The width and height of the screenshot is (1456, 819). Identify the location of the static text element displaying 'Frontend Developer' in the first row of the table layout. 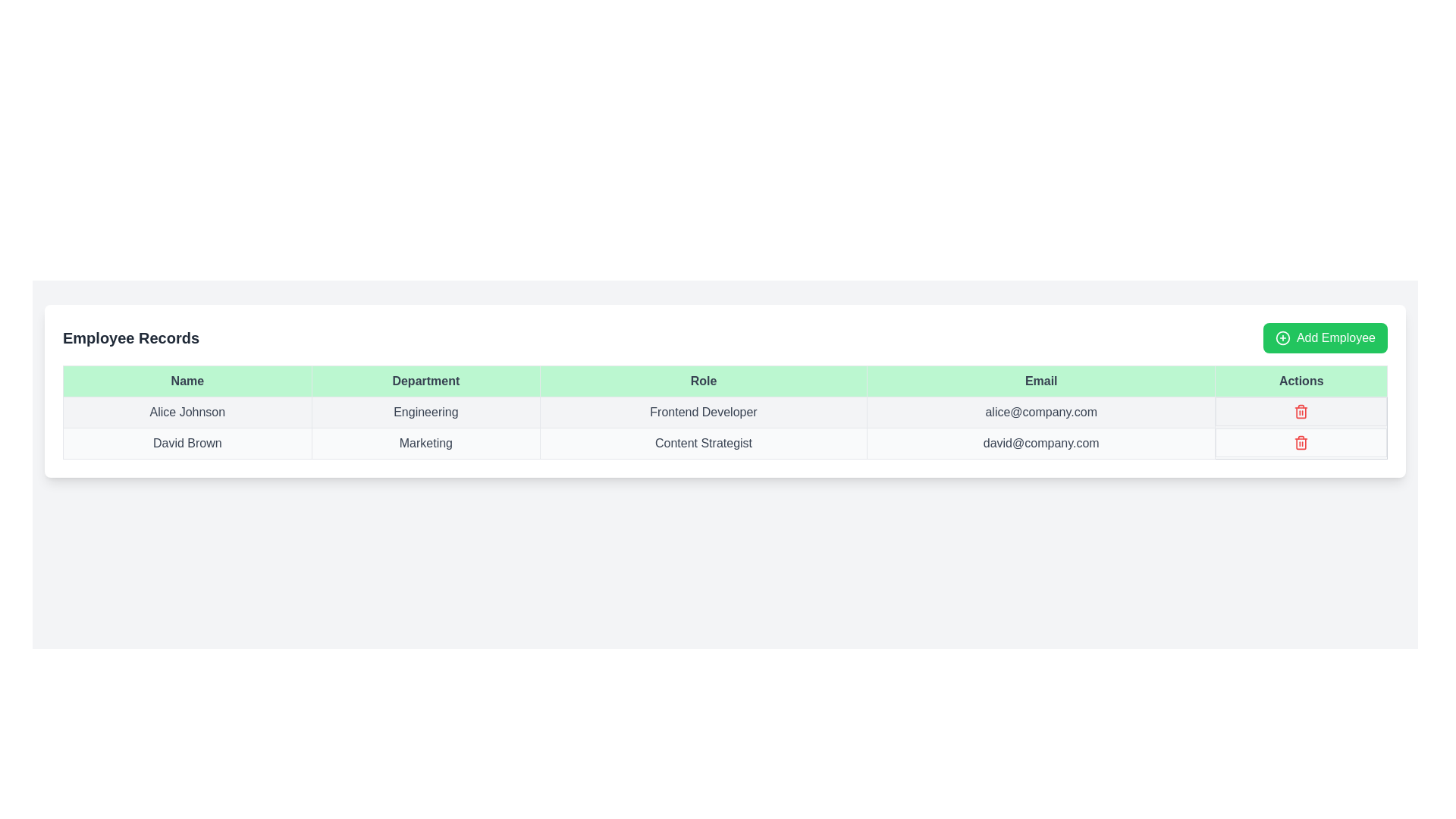
(702, 412).